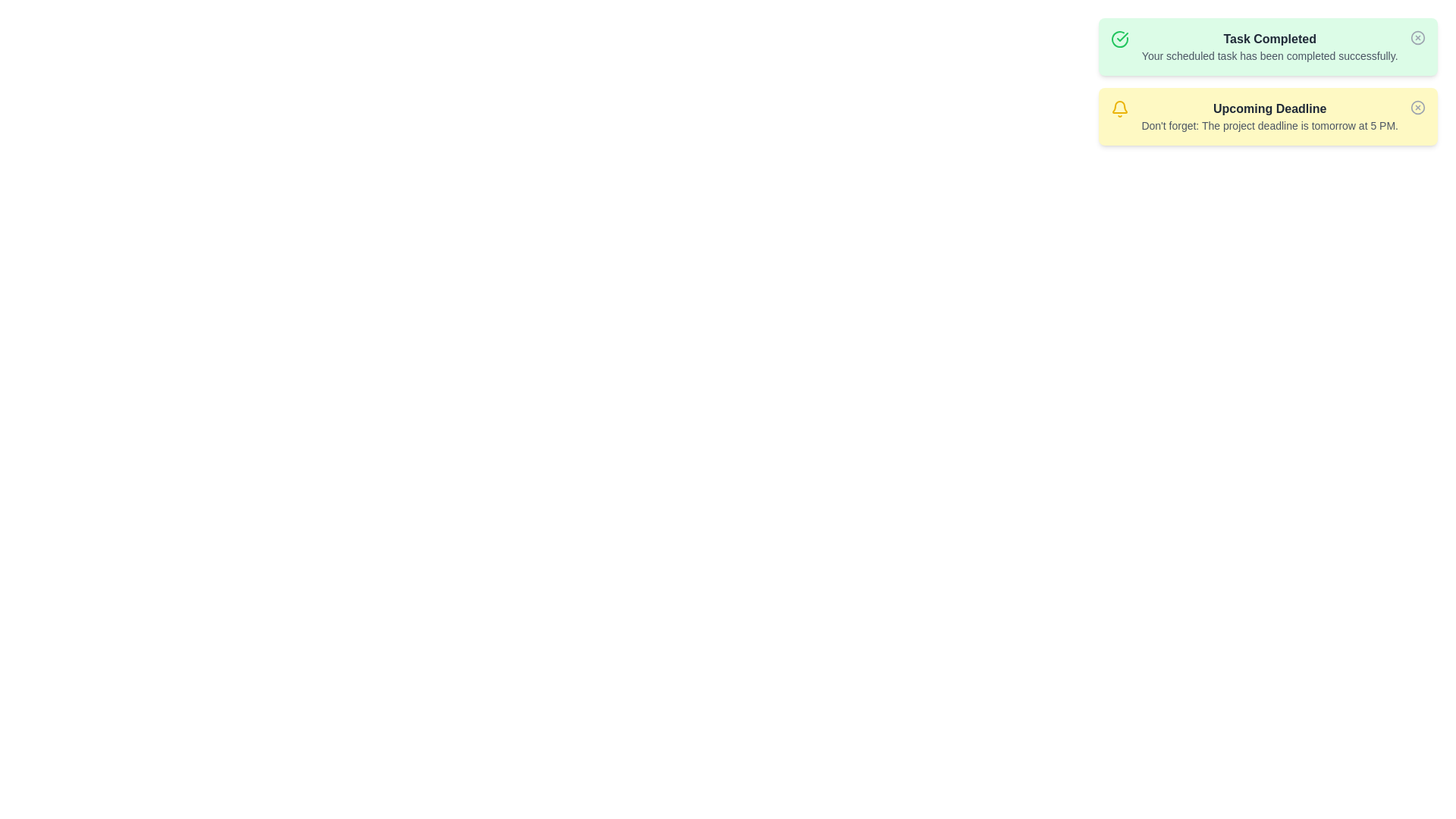  What do you see at coordinates (1268, 45) in the screenshot?
I see `the alert element to reveal details` at bounding box center [1268, 45].